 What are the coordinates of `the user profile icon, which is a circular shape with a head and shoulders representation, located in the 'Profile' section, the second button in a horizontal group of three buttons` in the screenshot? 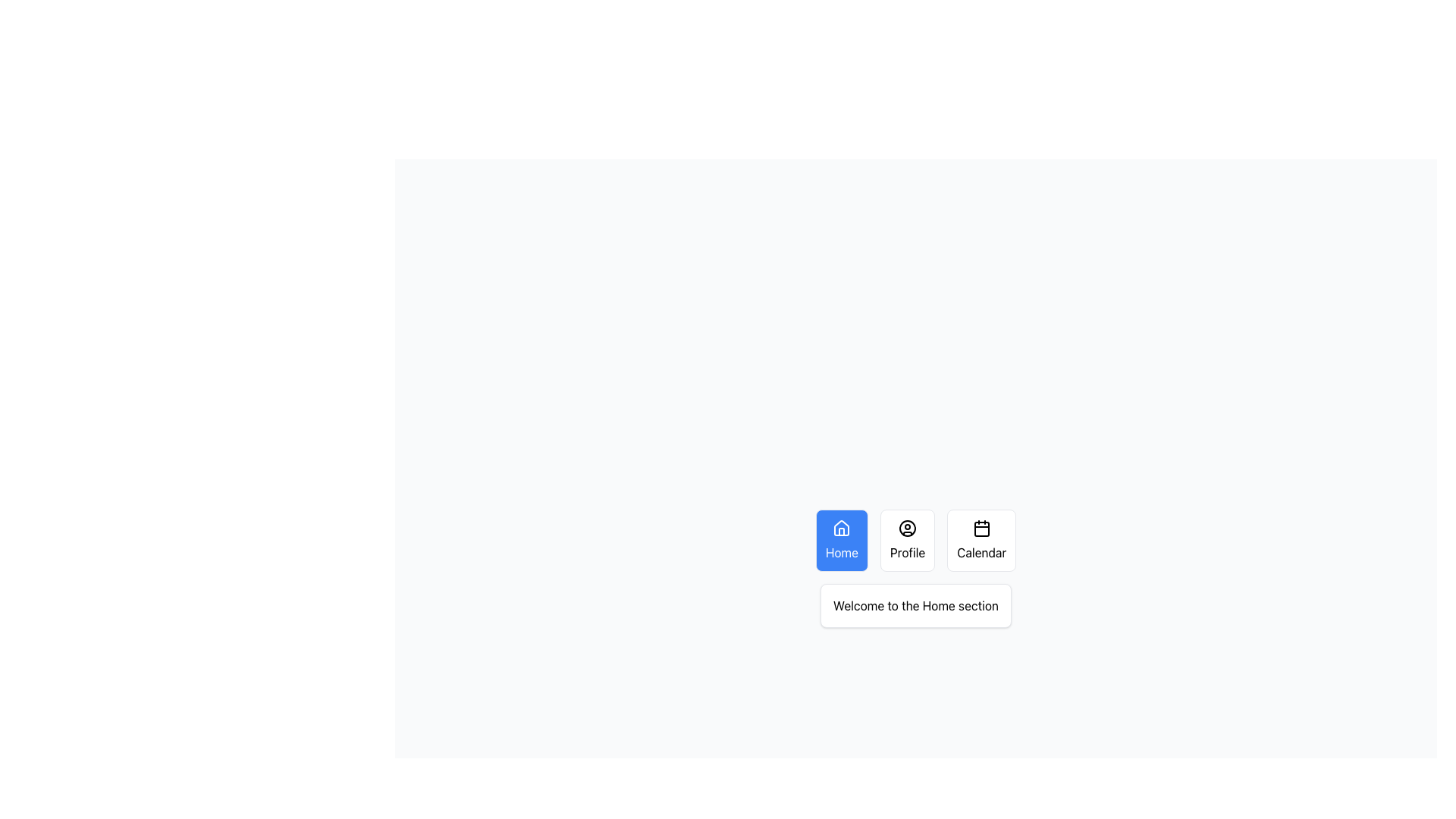 It's located at (908, 528).